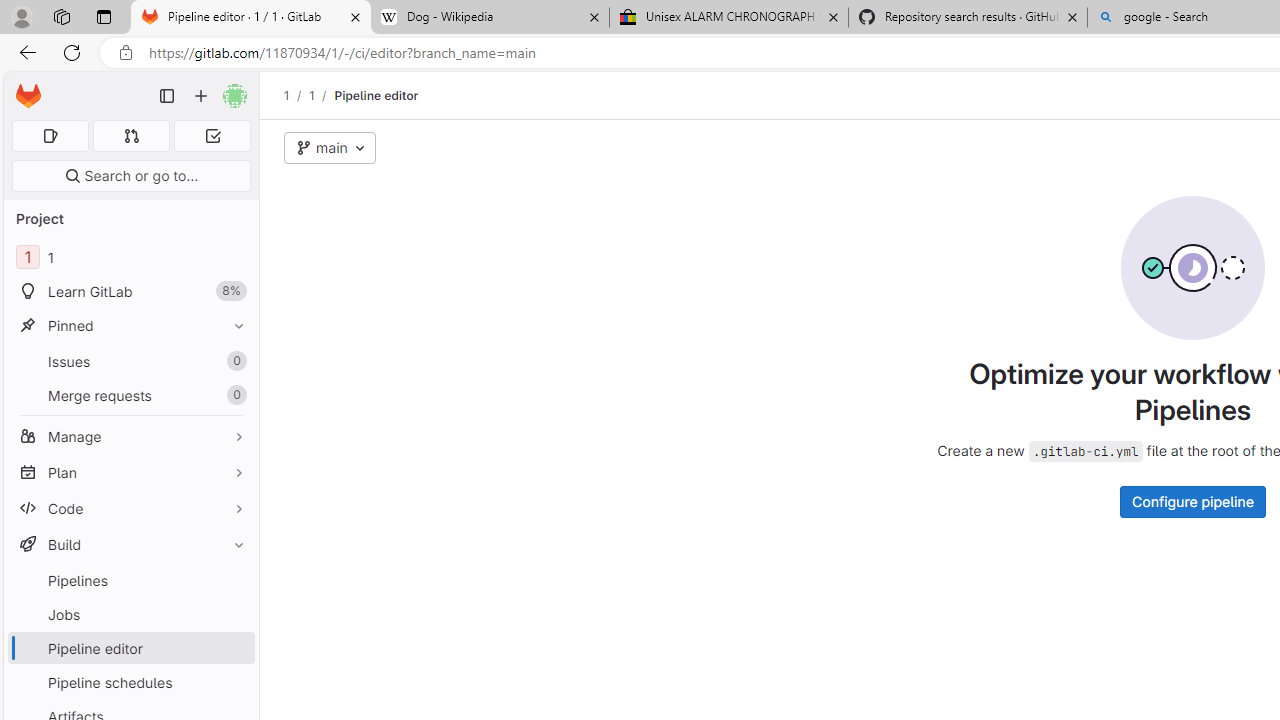 The image size is (1280, 720). Describe the element at coordinates (130, 613) in the screenshot. I see `'Jobs'` at that location.